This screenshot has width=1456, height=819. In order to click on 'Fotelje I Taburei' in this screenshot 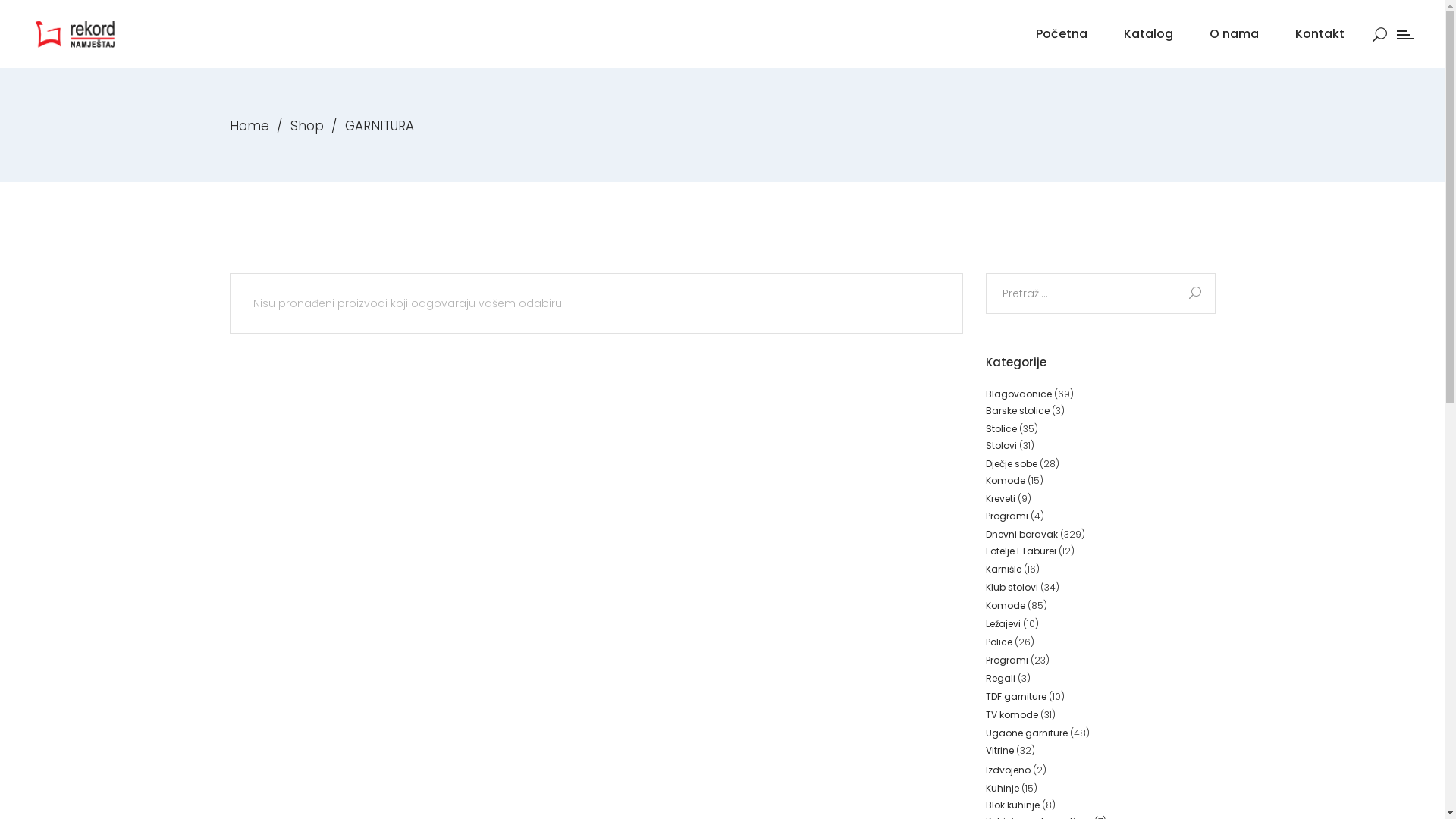, I will do `click(1021, 551)`.